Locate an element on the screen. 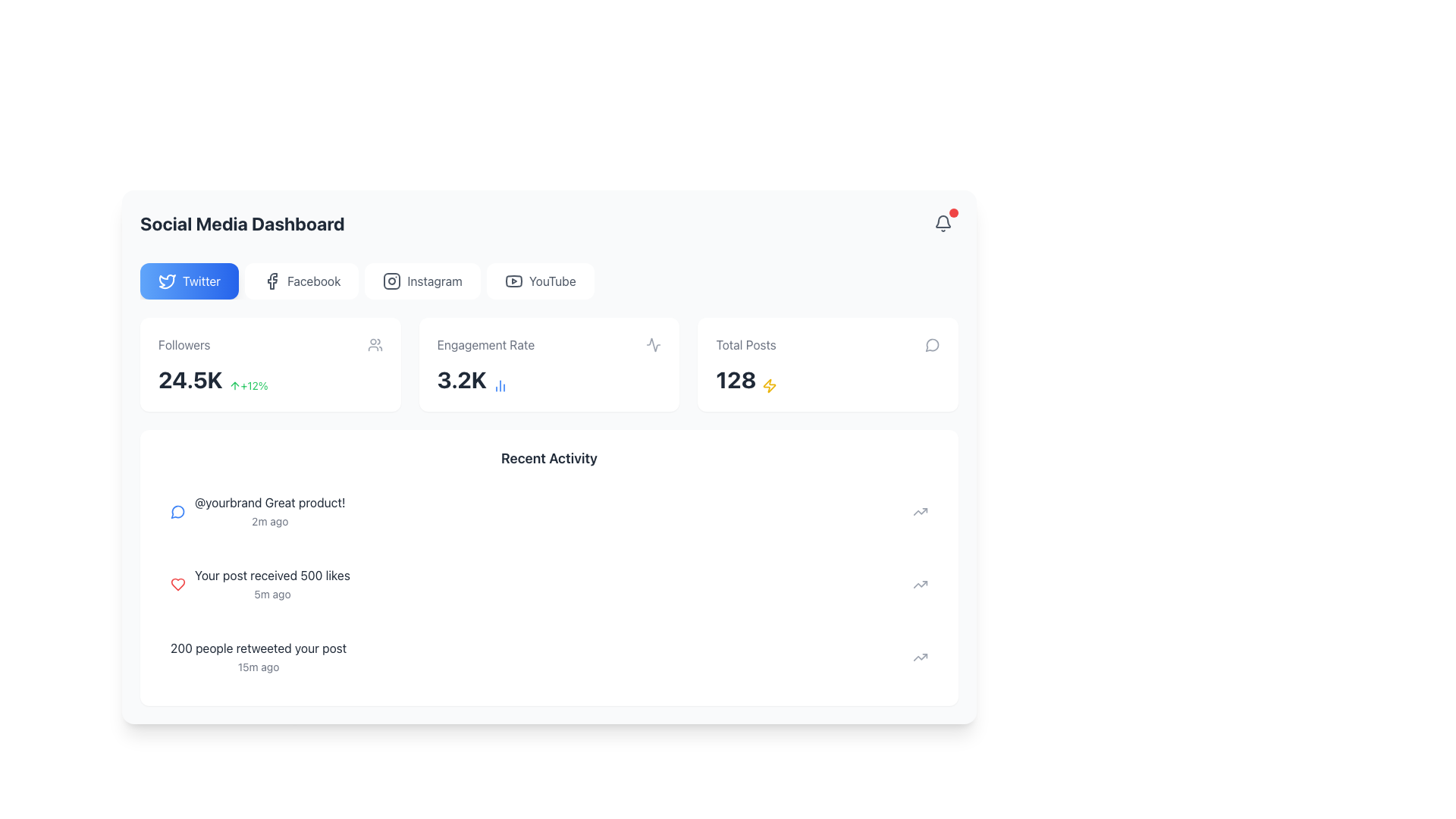  the text element displaying user comments in the 'Recent Activity' section of the social media dashboard, which is positioned above the timestamp '2m ago' is located at coordinates (270, 503).